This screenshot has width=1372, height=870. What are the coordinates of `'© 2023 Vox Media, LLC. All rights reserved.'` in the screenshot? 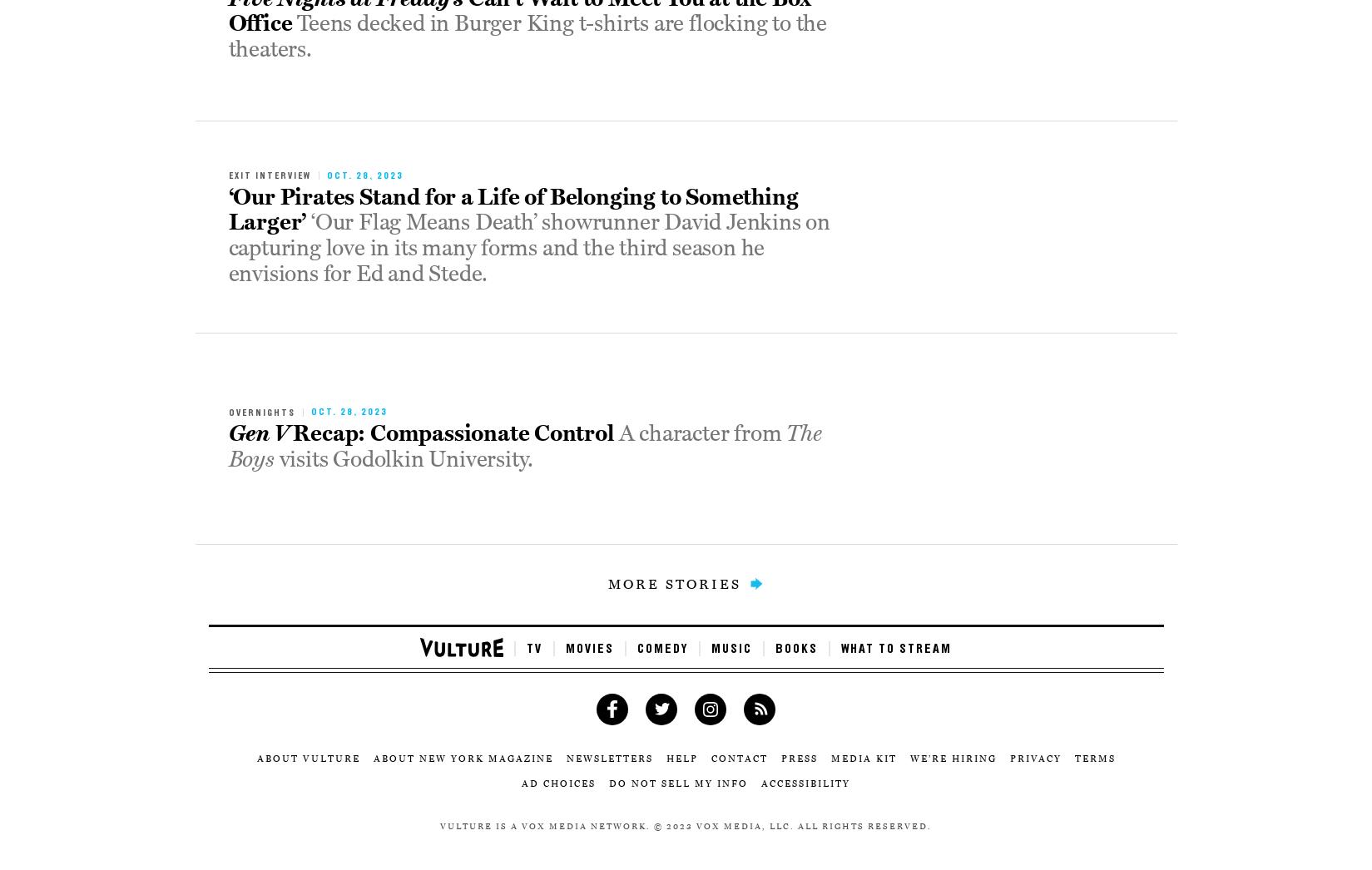 It's located at (654, 824).